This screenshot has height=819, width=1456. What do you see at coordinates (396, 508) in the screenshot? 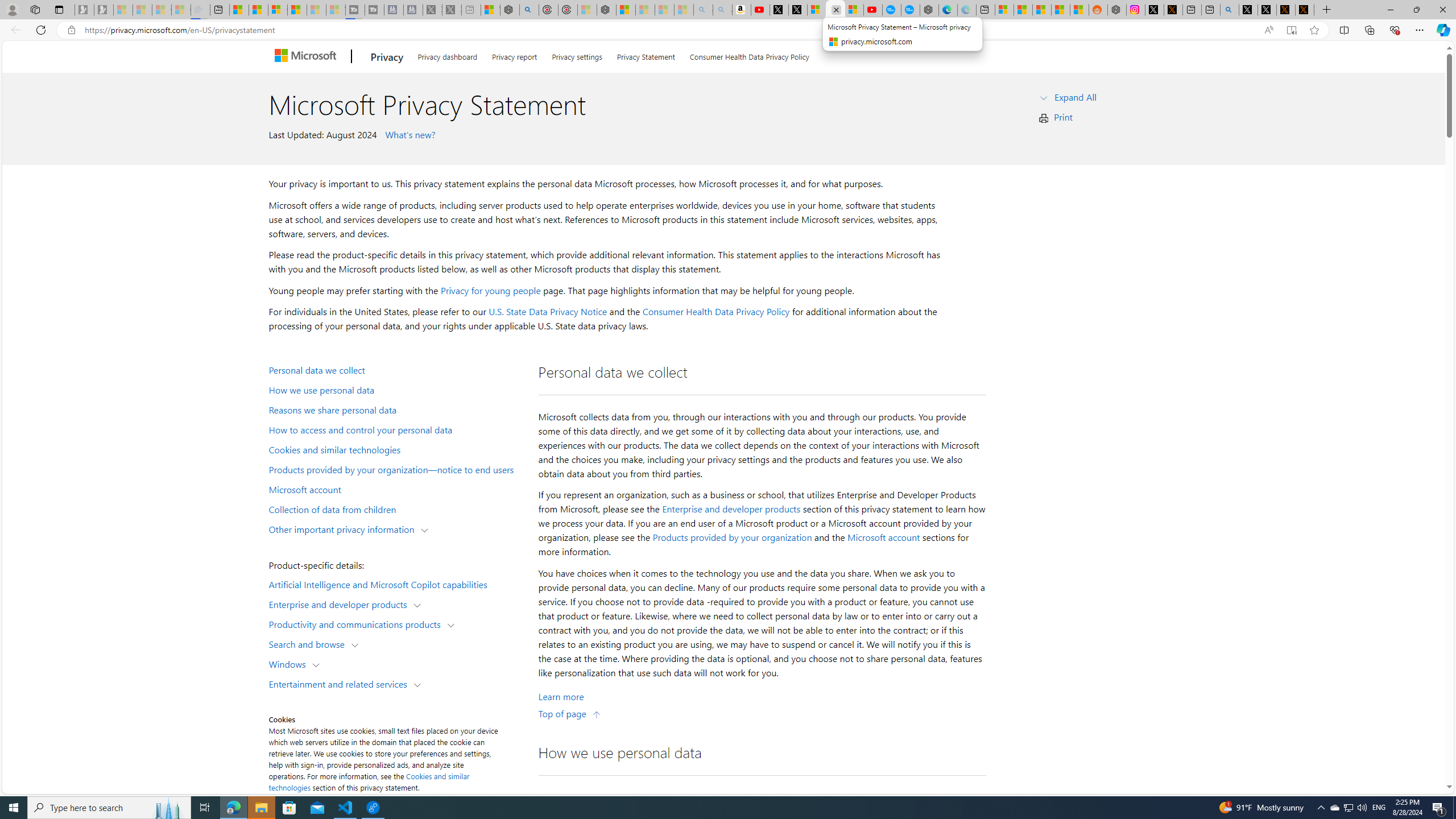
I see `'Collection of data from children'` at bounding box center [396, 508].